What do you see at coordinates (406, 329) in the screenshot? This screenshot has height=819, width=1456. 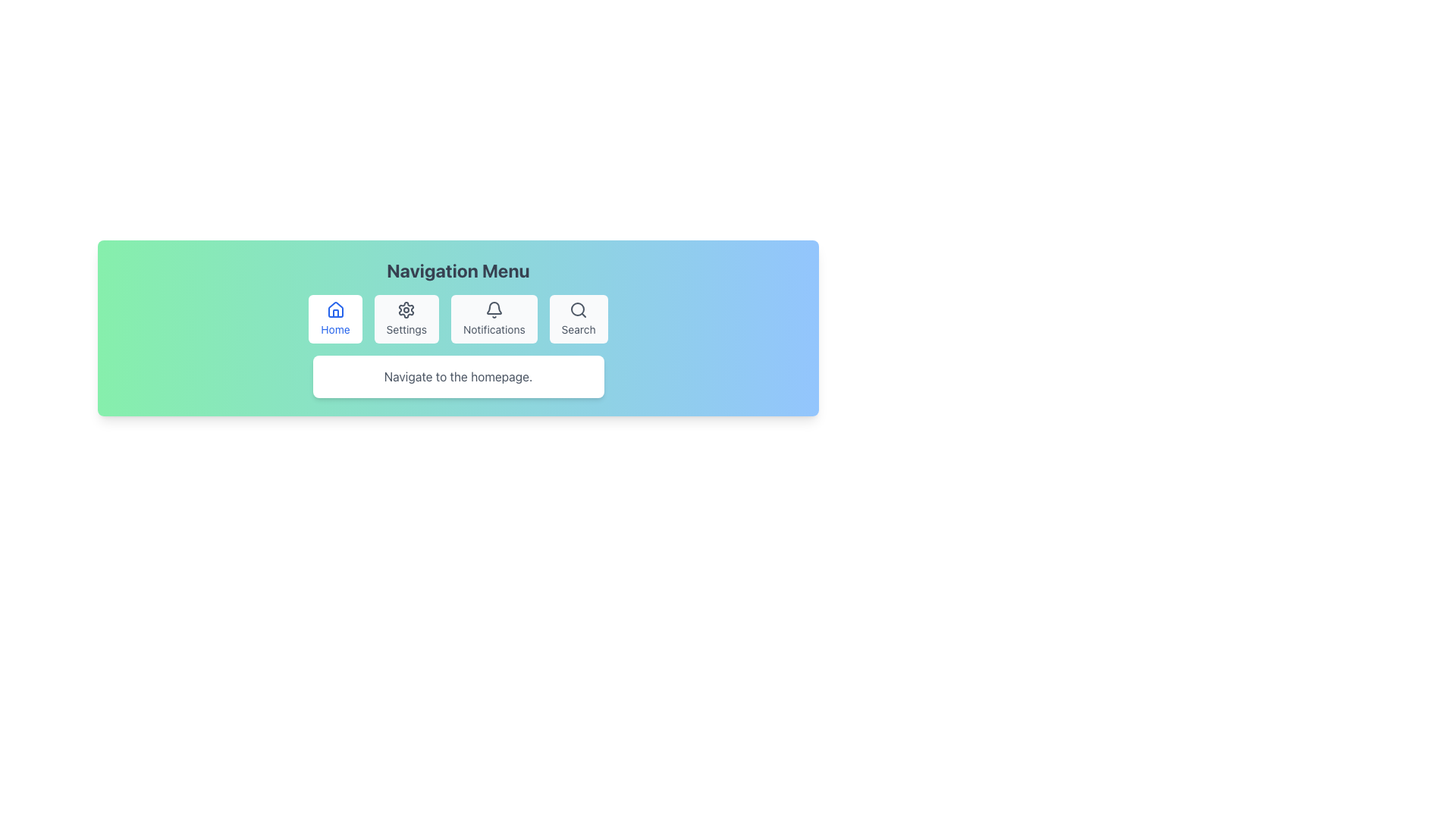 I see `text content of the 'Settings' text label located within the second button-like area of the navigation options on the menu bar` at bounding box center [406, 329].